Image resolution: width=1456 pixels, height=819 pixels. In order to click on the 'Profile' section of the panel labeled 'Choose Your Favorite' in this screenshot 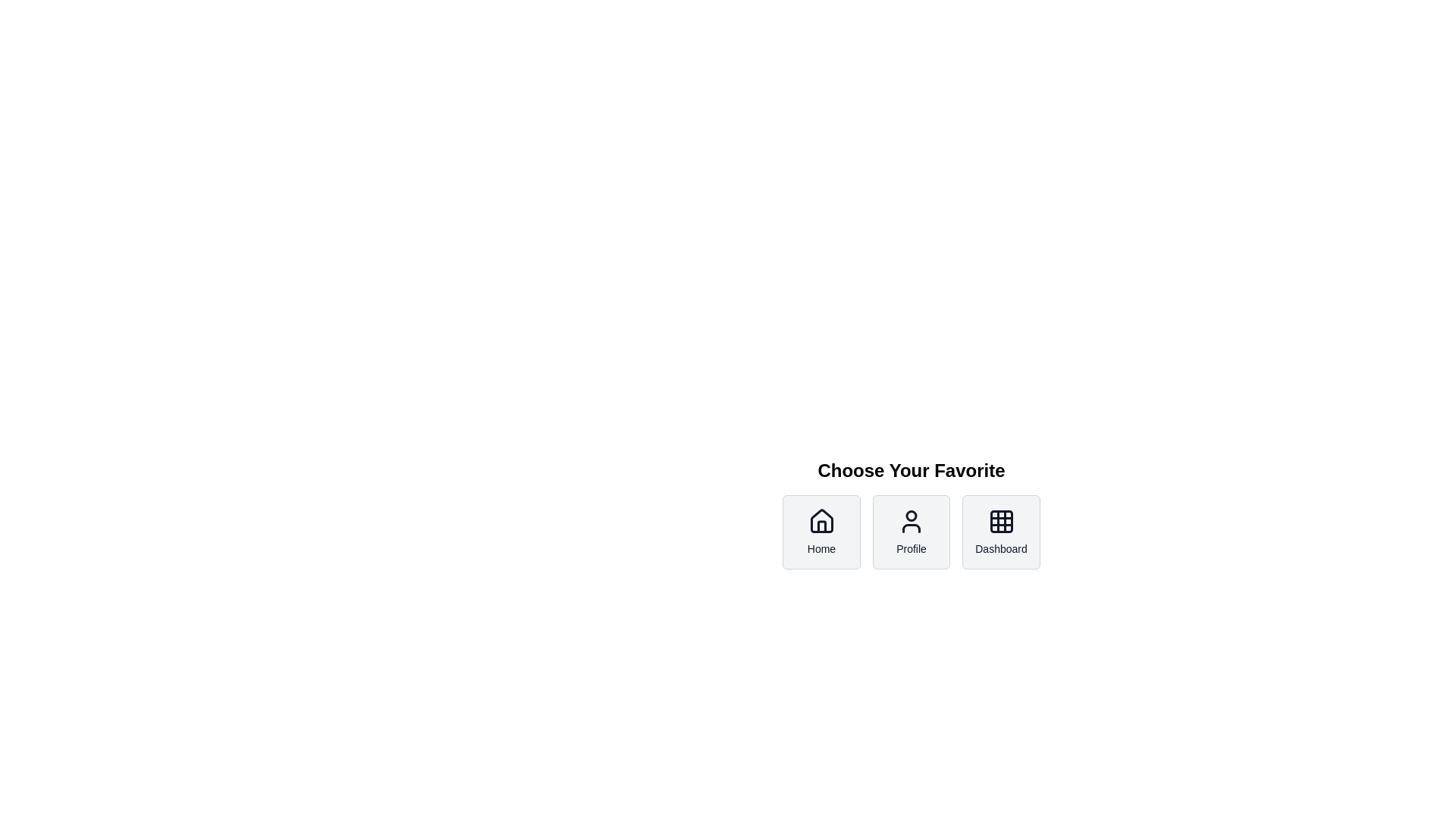, I will do `click(910, 548)`.